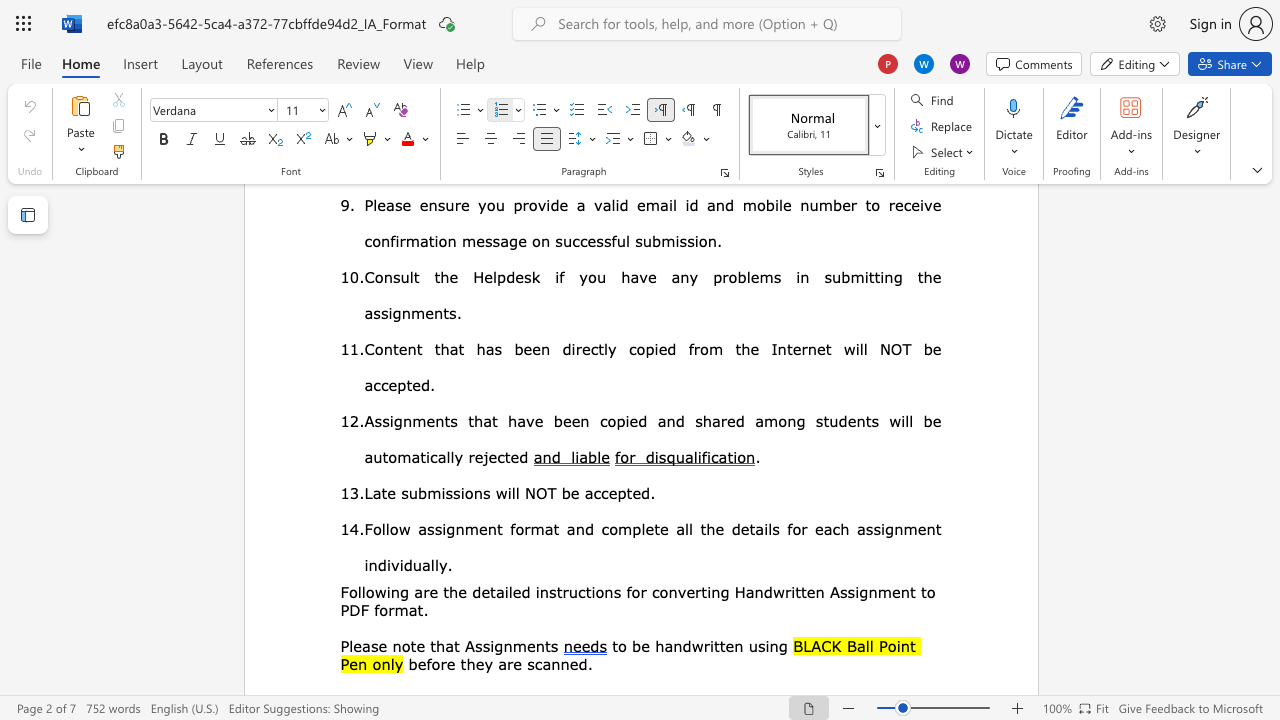 This screenshot has height=720, width=1280. What do you see at coordinates (574, 492) in the screenshot?
I see `the 2th character "e" in the text` at bounding box center [574, 492].